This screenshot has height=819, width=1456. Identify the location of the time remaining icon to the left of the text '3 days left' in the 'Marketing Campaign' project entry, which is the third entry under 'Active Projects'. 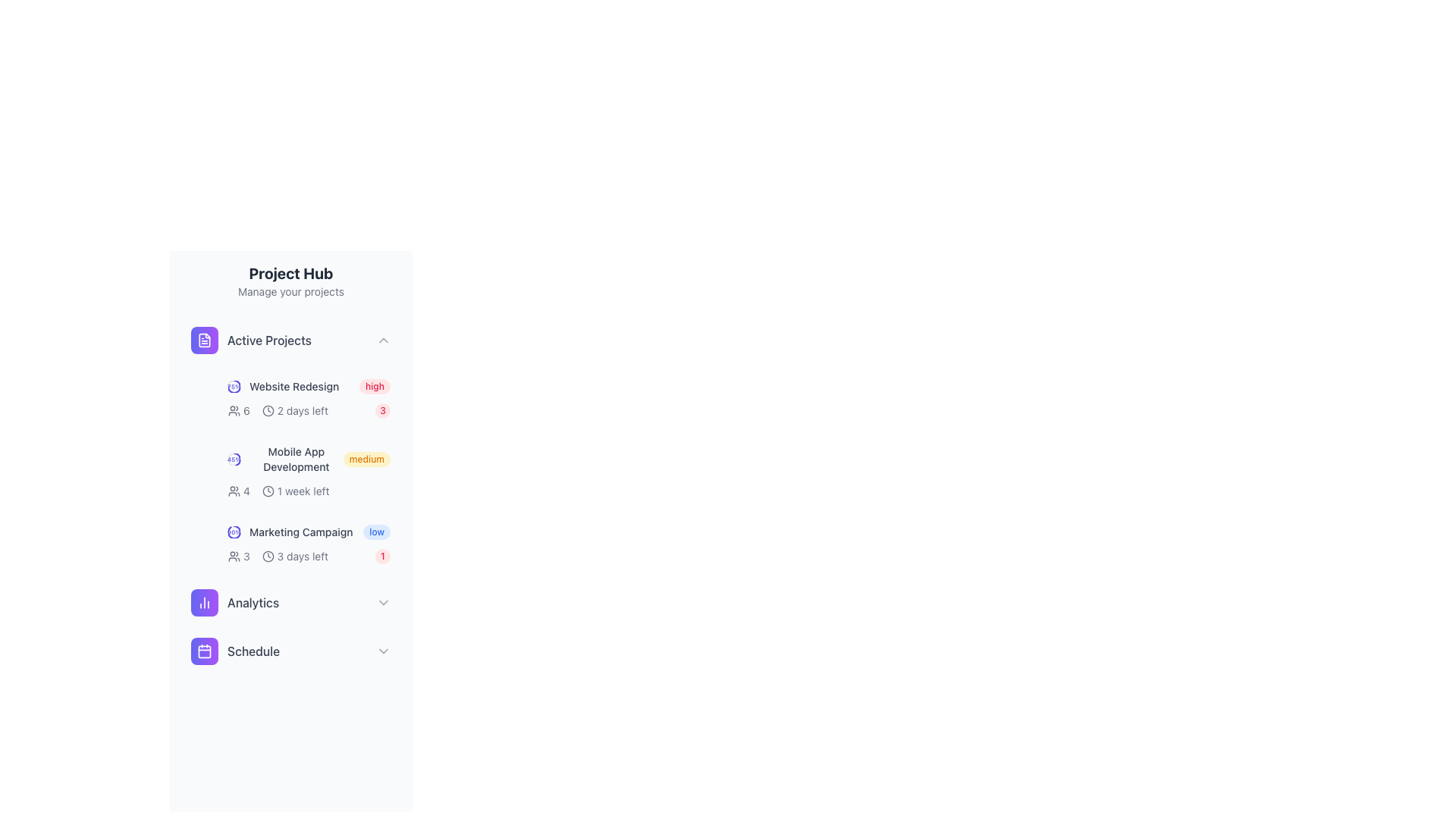
(268, 556).